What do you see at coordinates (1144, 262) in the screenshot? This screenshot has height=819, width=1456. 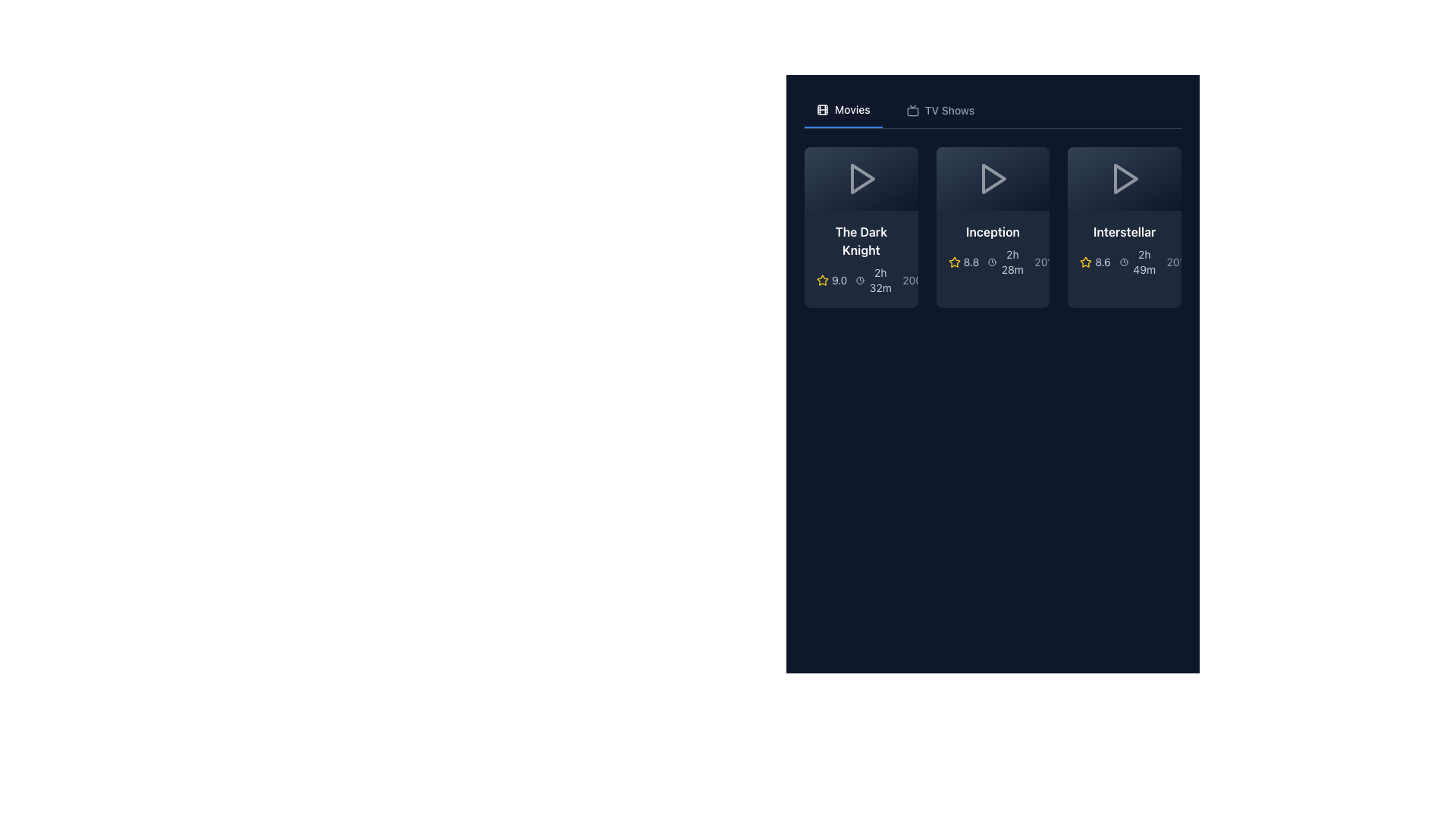 I see `the text label displaying the duration '2h 49m' located in the third card of the movie grid, positioned to the right of the rating '8.6' and below the title 'Interstellar'` at bounding box center [1144, 262].